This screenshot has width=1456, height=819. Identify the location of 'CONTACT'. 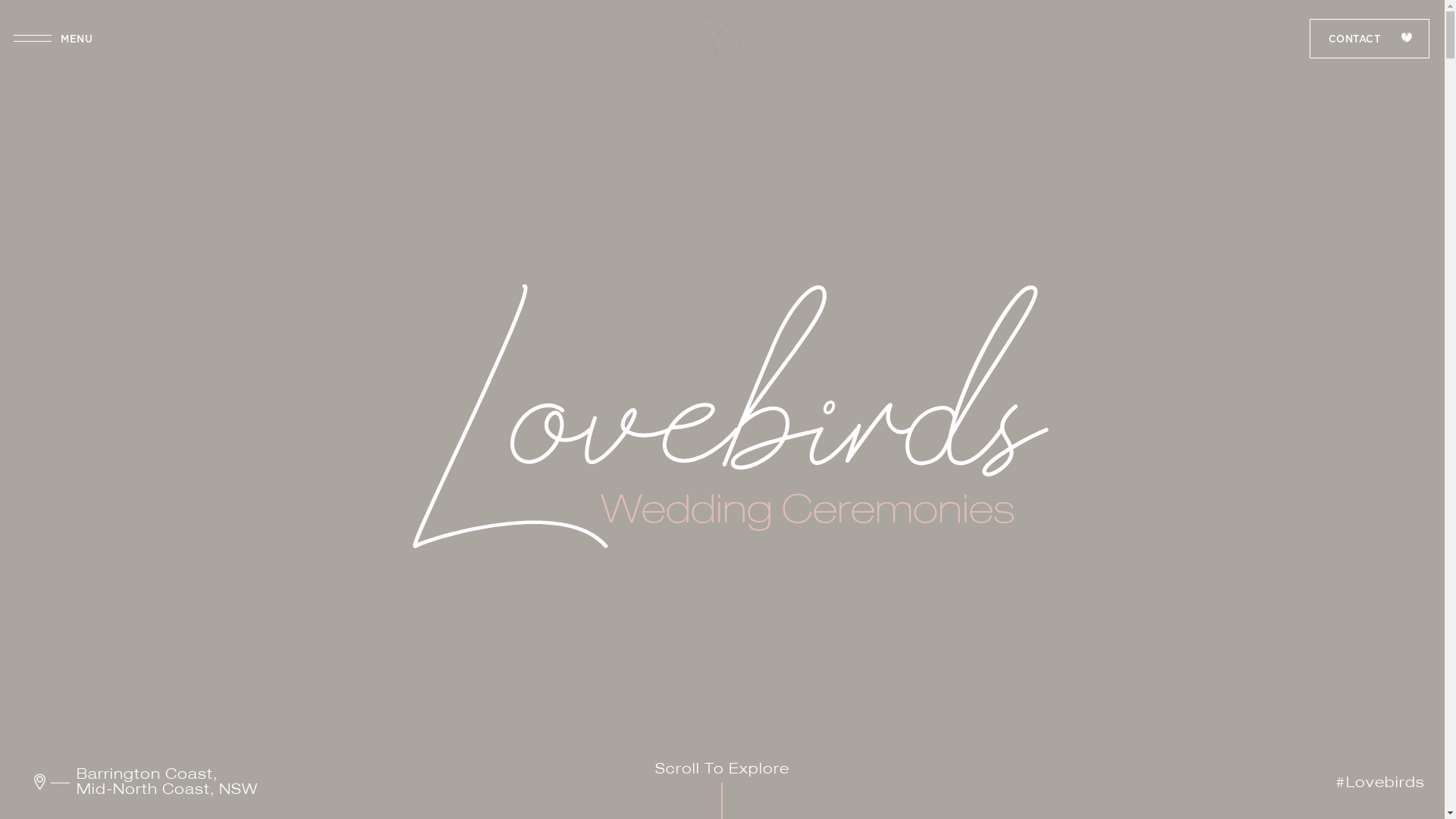
(1369, 37).